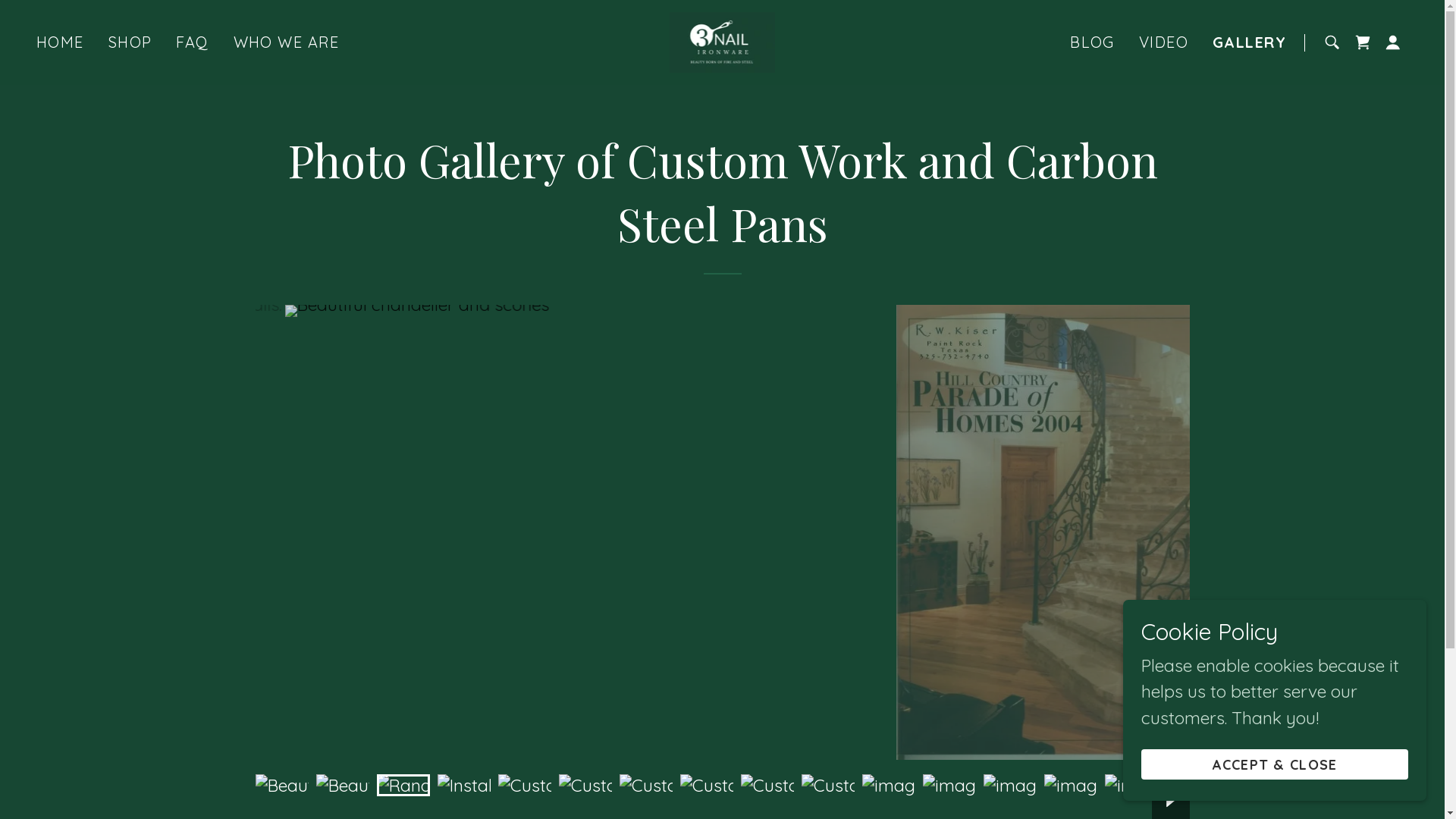 This screenshot has height=819, width=1456. I want to click on 'FAQ', so click(171, 42).